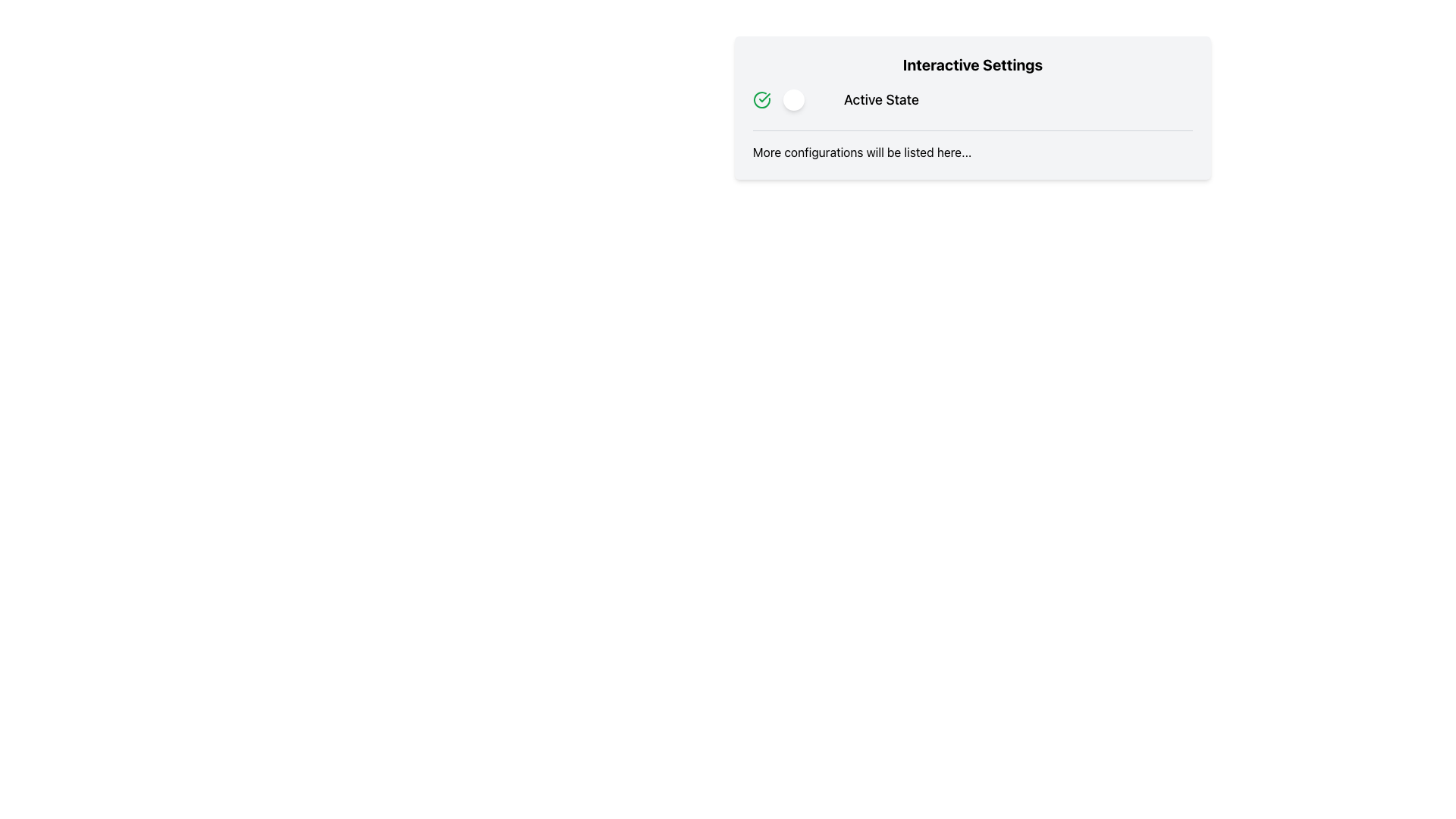  What do you see at coordinates (972, 99) in the screenshot?
I see `the Toggle control located in the 'Interactive Settings' section to trigger the tooltip or visual feedback` at bounding box center [972, 99].